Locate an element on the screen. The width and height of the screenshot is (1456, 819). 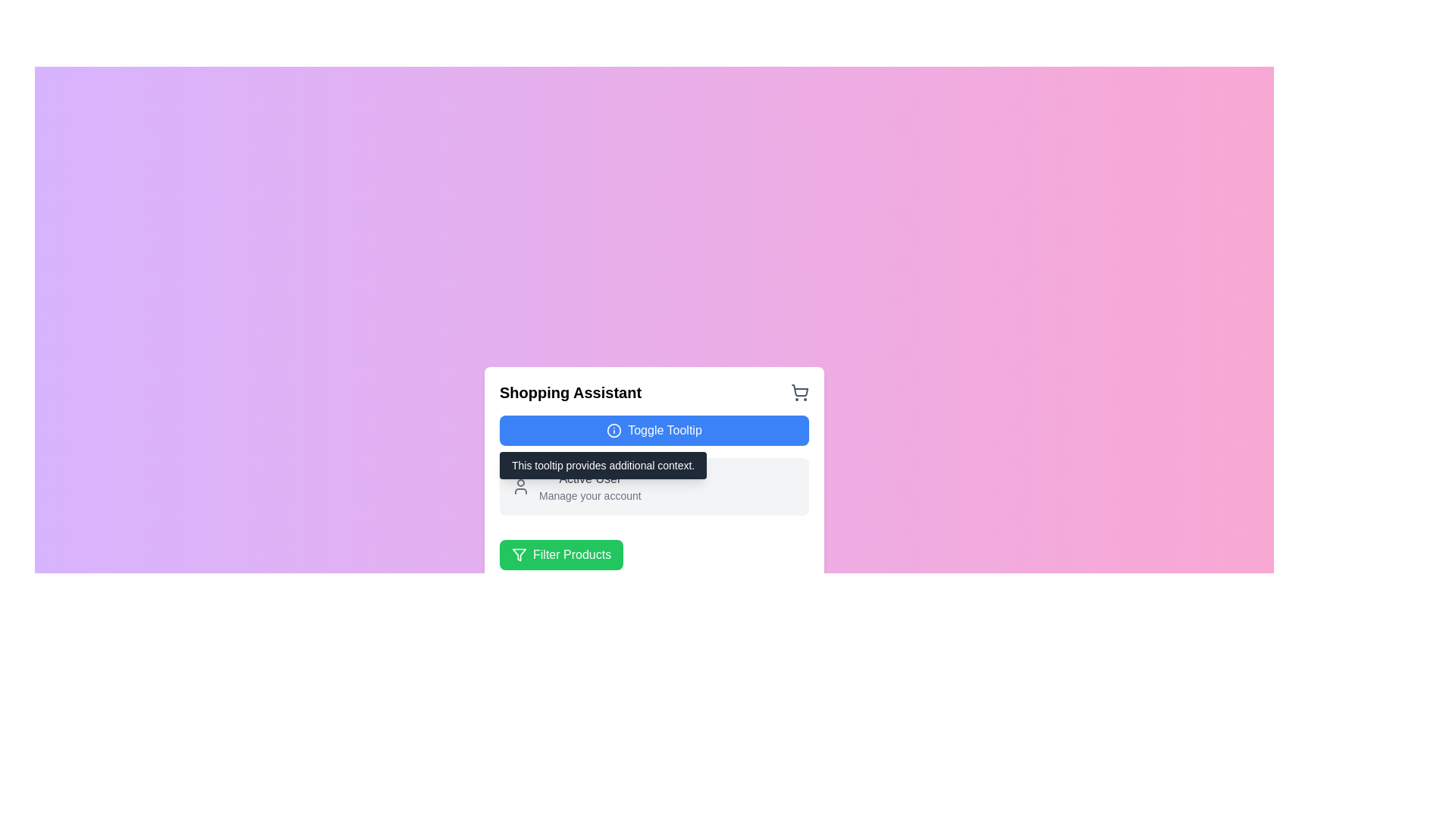
the informative section that identifies the current user status, located at the center bottom of the interface above the 'Filter Products' button is located at coordinates (654, 486).